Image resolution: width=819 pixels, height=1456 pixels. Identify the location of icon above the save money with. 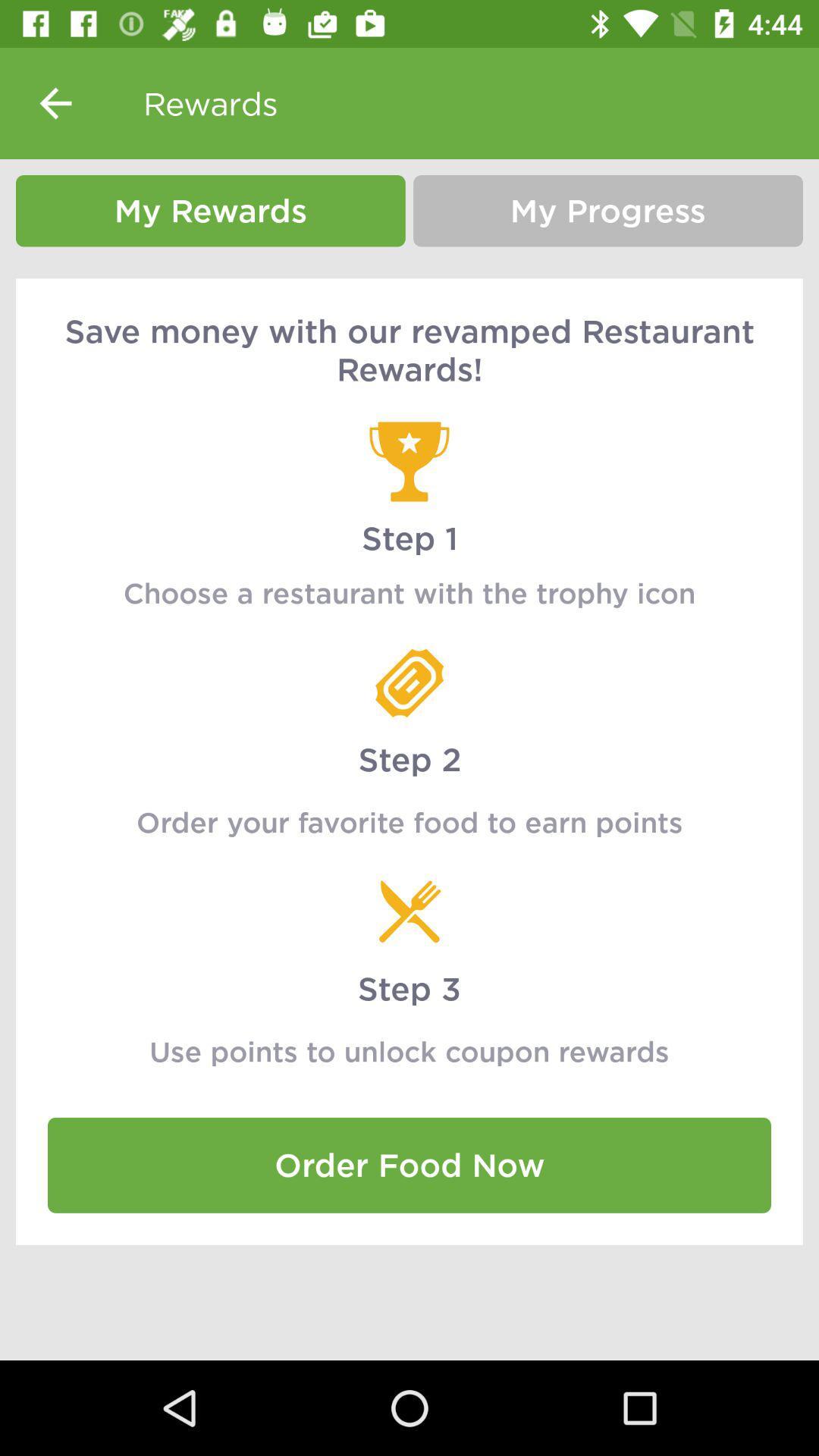
(210, 210).